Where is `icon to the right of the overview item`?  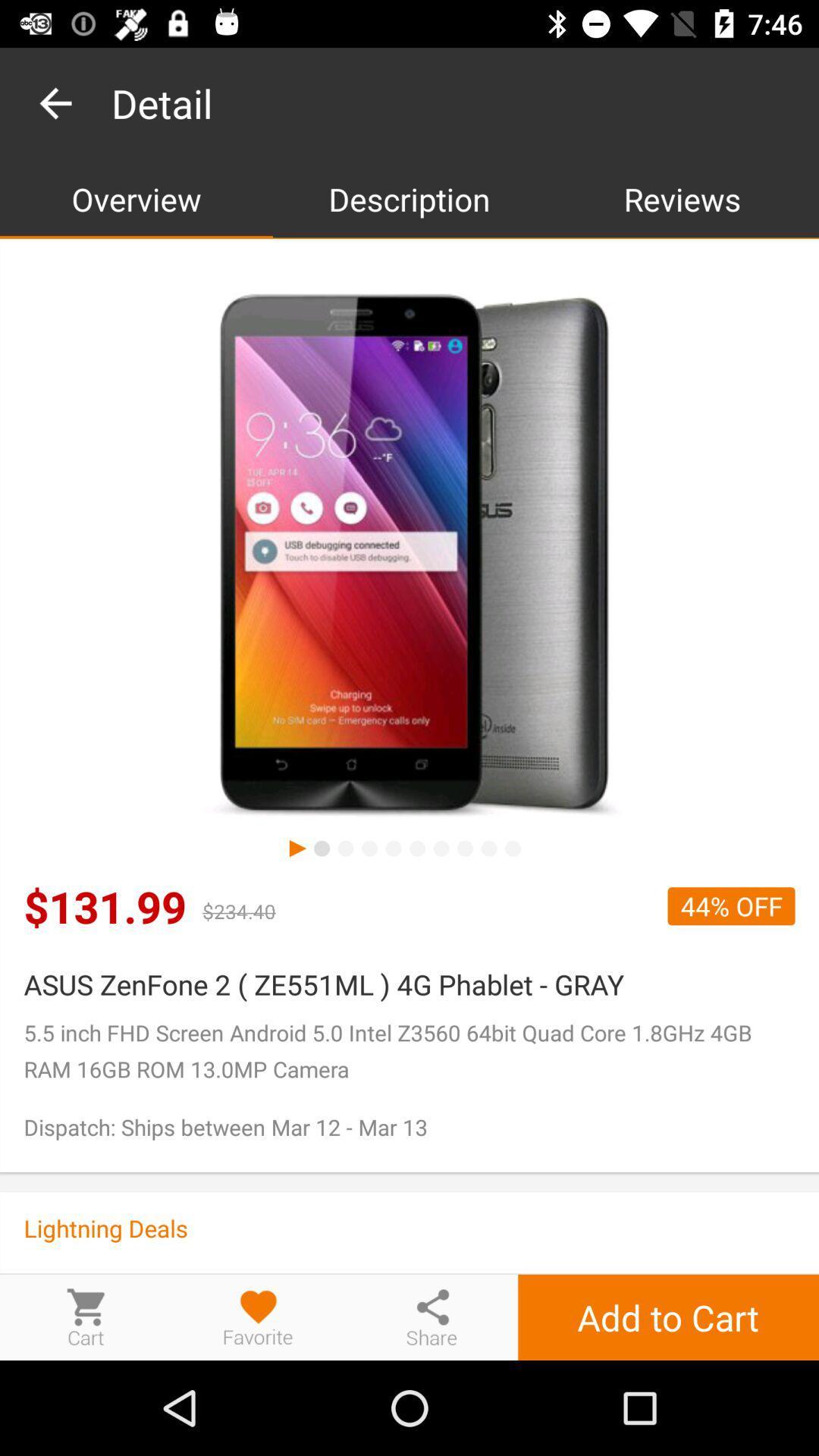 icon to the right of the overview item is located at coordinates (409, 198).